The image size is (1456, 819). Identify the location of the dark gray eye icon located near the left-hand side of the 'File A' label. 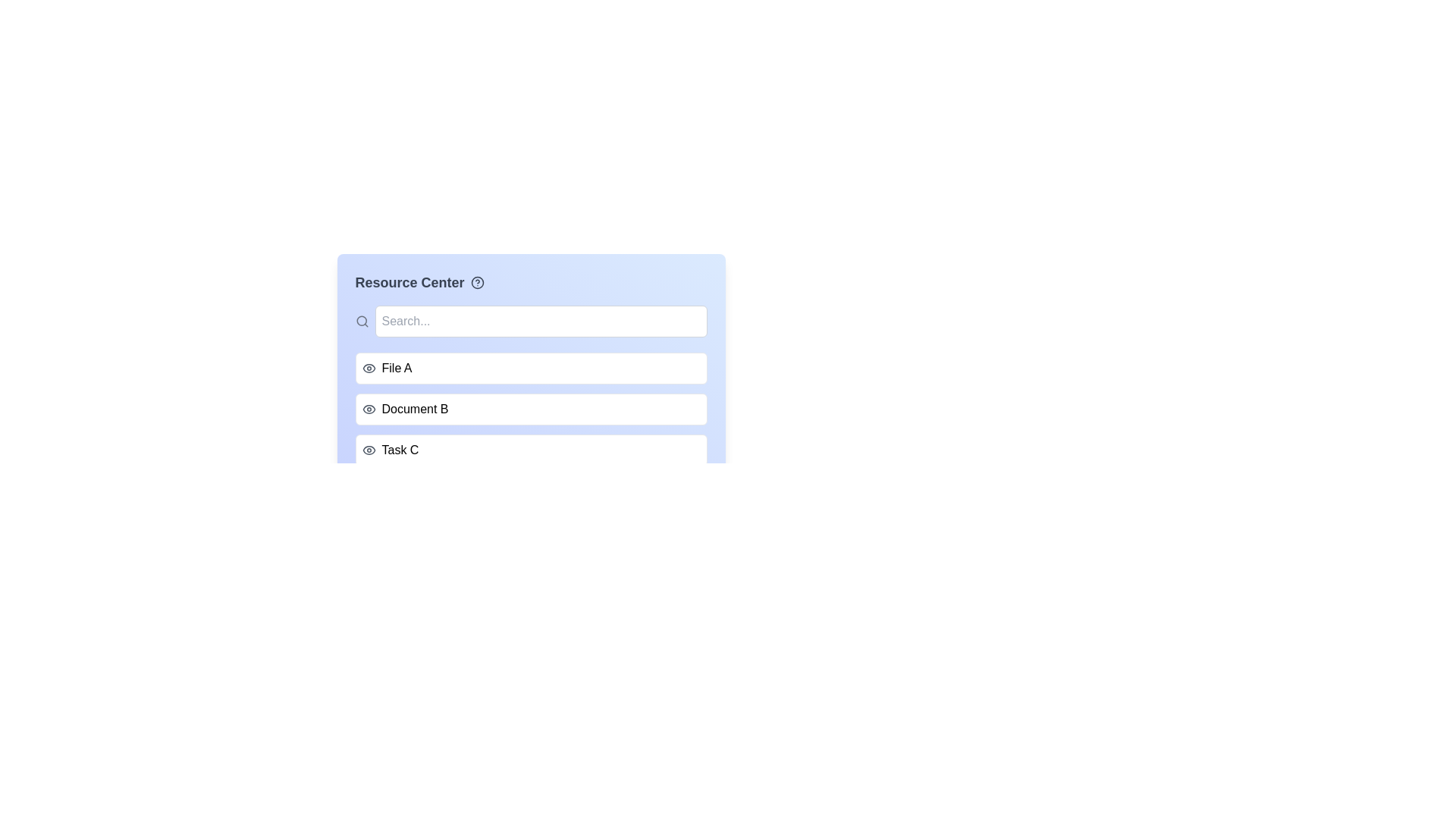
(369, 369).